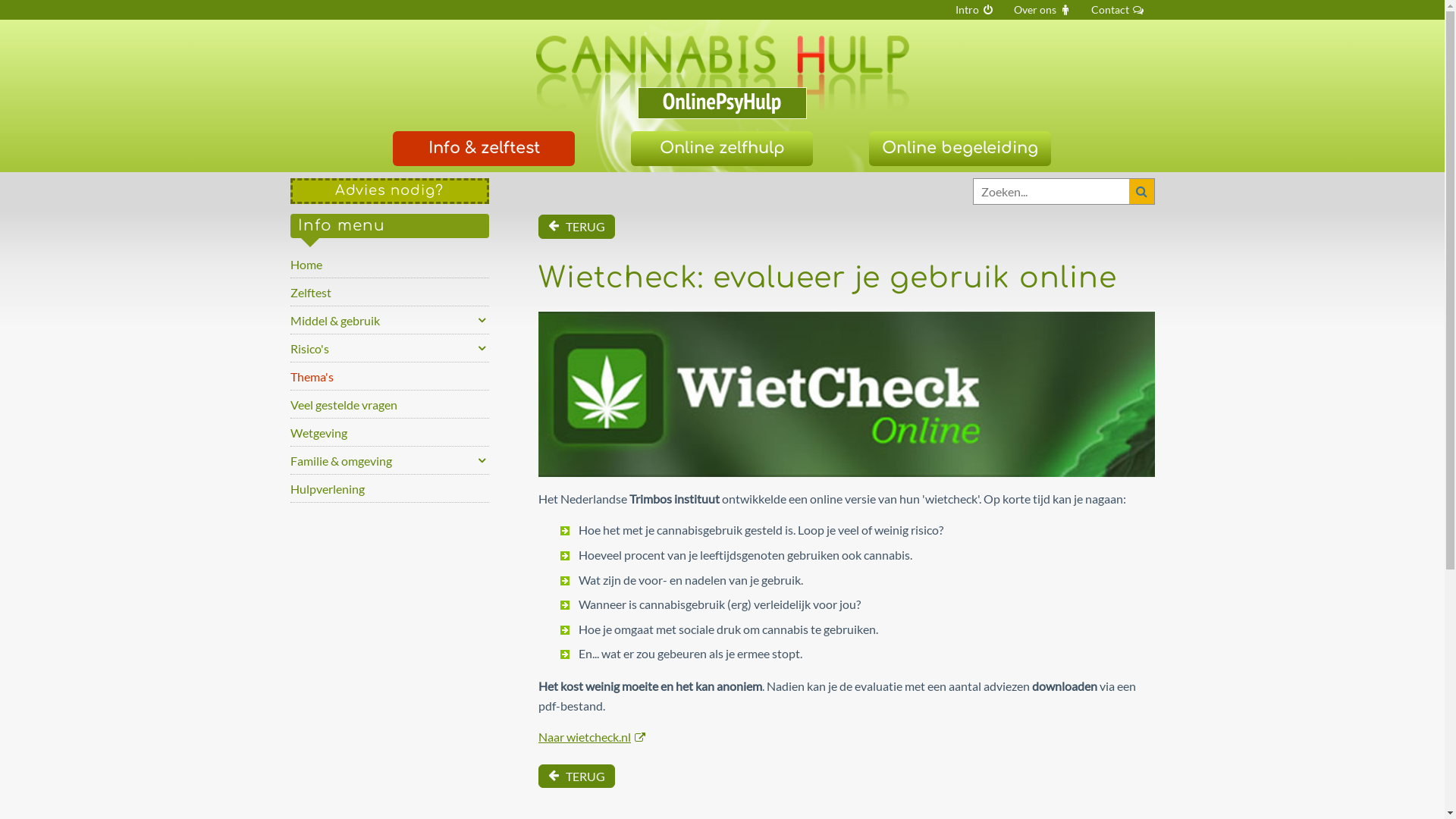 The image size is (1456, 819). I want to click on 'Familie & omgeving', so click(290, 459).